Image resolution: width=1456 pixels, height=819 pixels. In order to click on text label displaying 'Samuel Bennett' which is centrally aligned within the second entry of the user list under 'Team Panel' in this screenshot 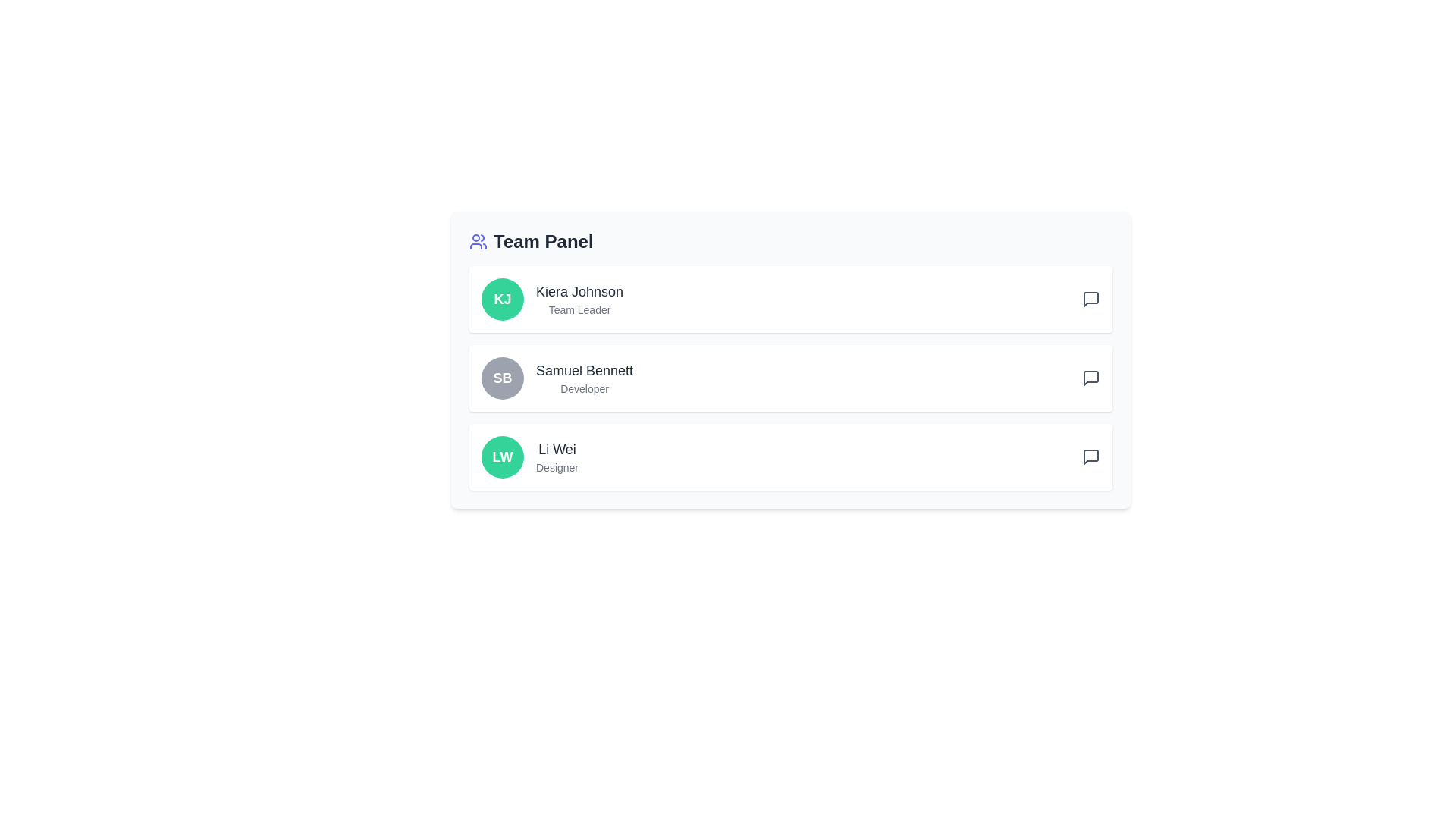, I will do `click(584, 371)`.